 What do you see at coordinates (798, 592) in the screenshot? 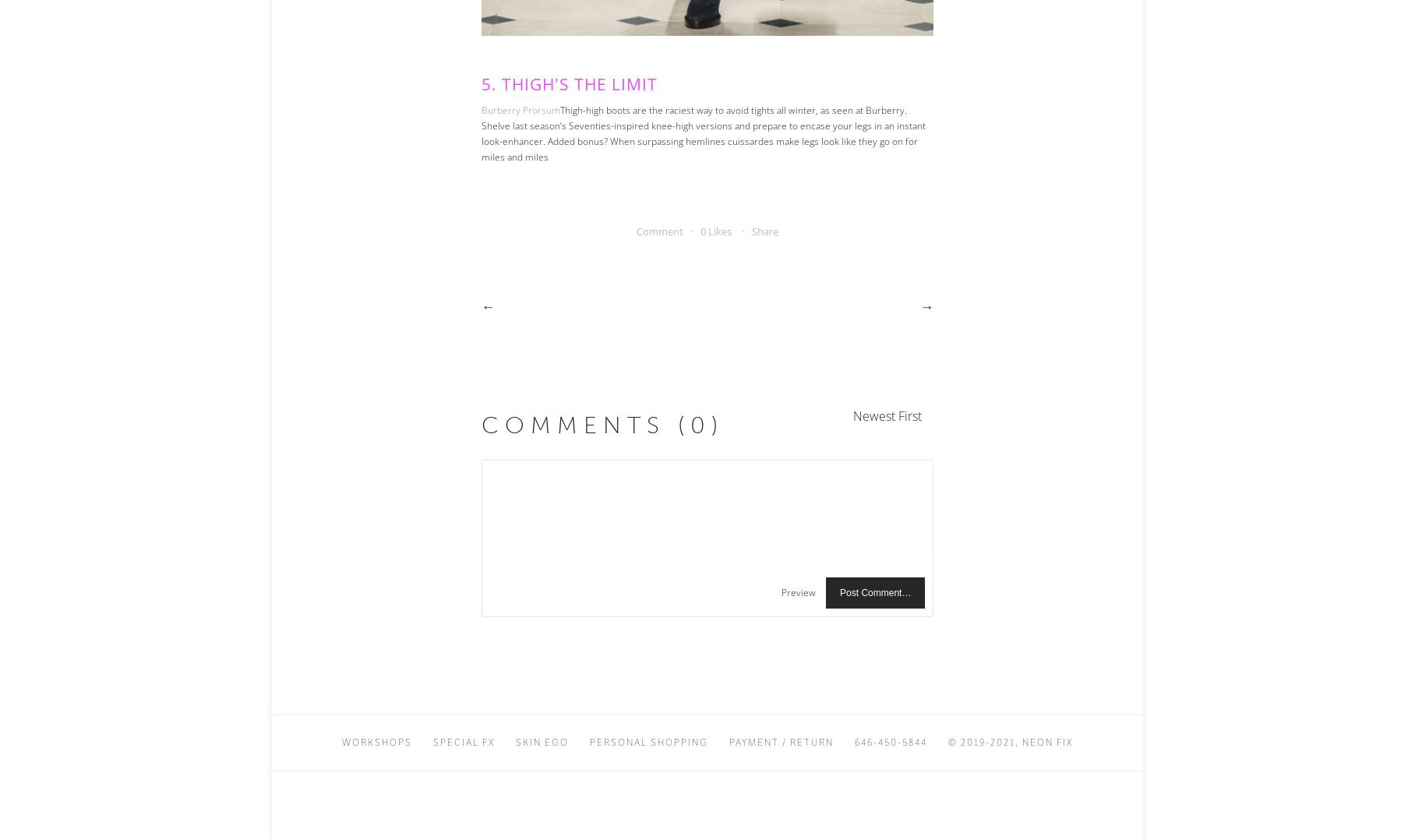
I see `'Preview'` at bounding box center [798, 592].